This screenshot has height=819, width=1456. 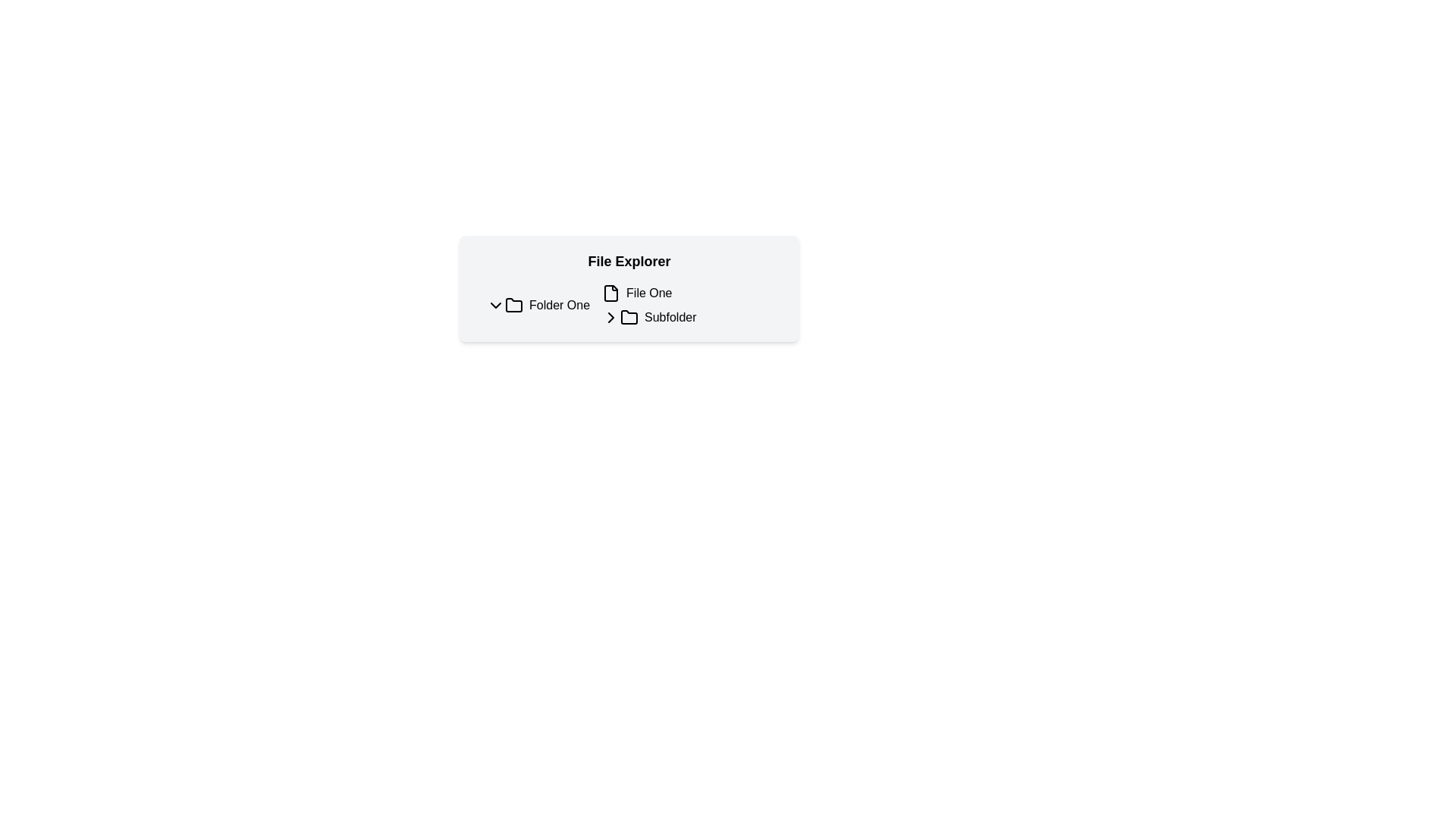 What do you see at coordinates (669, 317) in the screenshot?
I see `the 'Subfolder' text label` at bounding box center [669, 317].